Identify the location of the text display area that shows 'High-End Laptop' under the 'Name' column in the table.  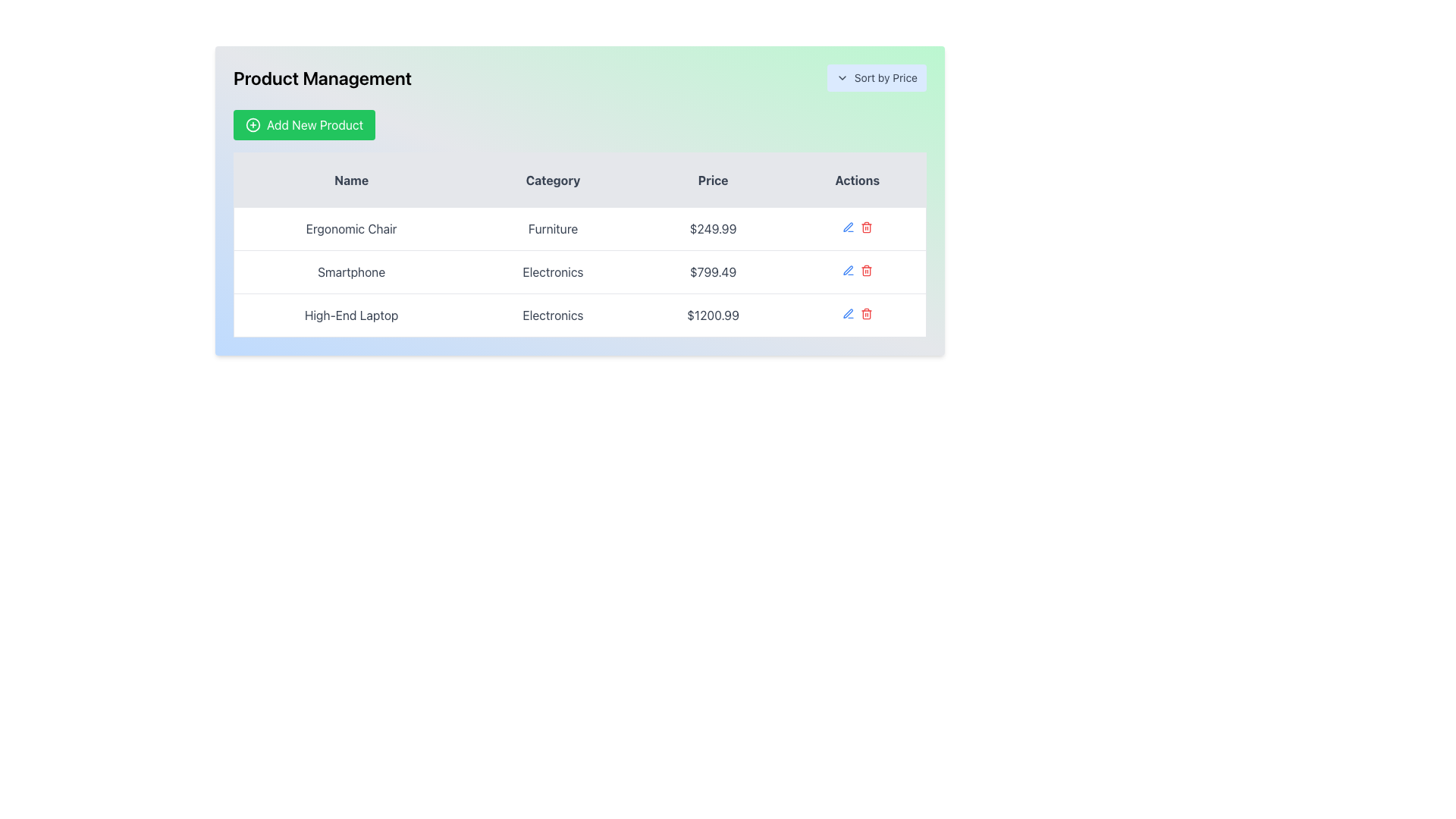
(350, 315).